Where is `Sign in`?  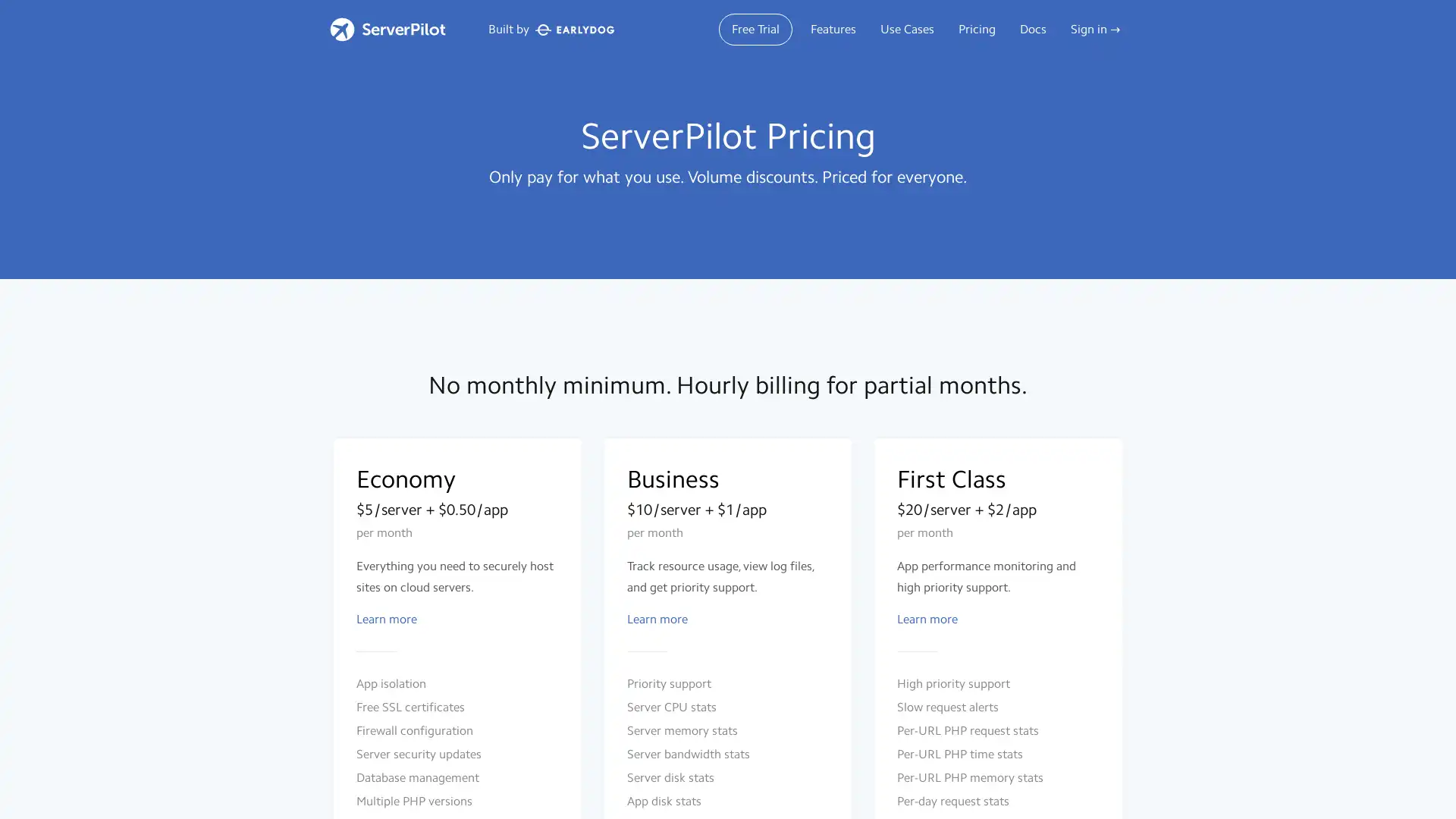
Sign in is located at coordinates (1095, 29).